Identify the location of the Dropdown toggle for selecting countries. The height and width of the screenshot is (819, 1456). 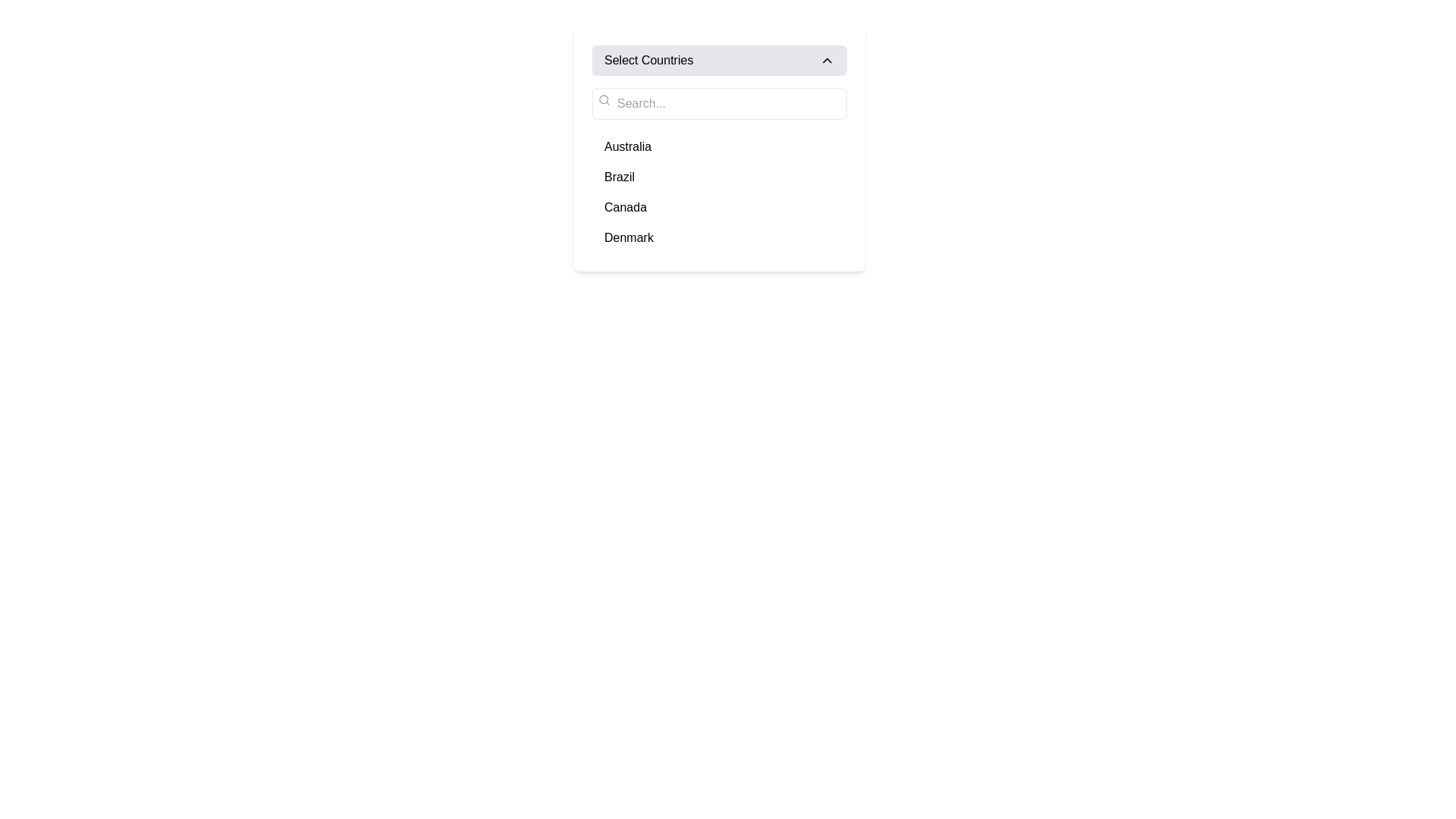
(719, 60).